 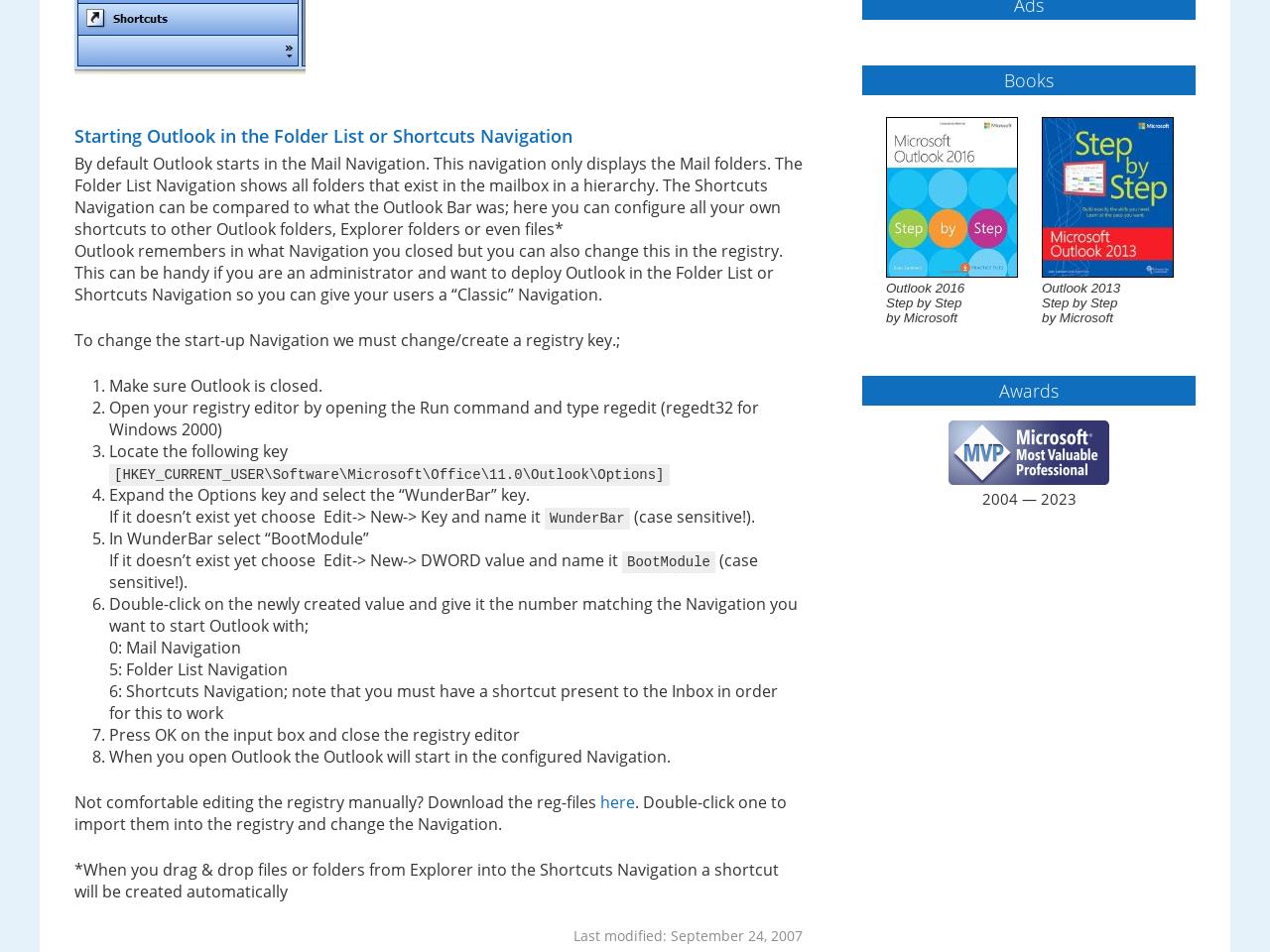 What do you see at coordinates (442, 702) in the screenshot?
I see `'6: Shortcuts Navigation; note that you must have a shortcut present to the Inbox in order for this to work'` at bounding box center [442, 702].